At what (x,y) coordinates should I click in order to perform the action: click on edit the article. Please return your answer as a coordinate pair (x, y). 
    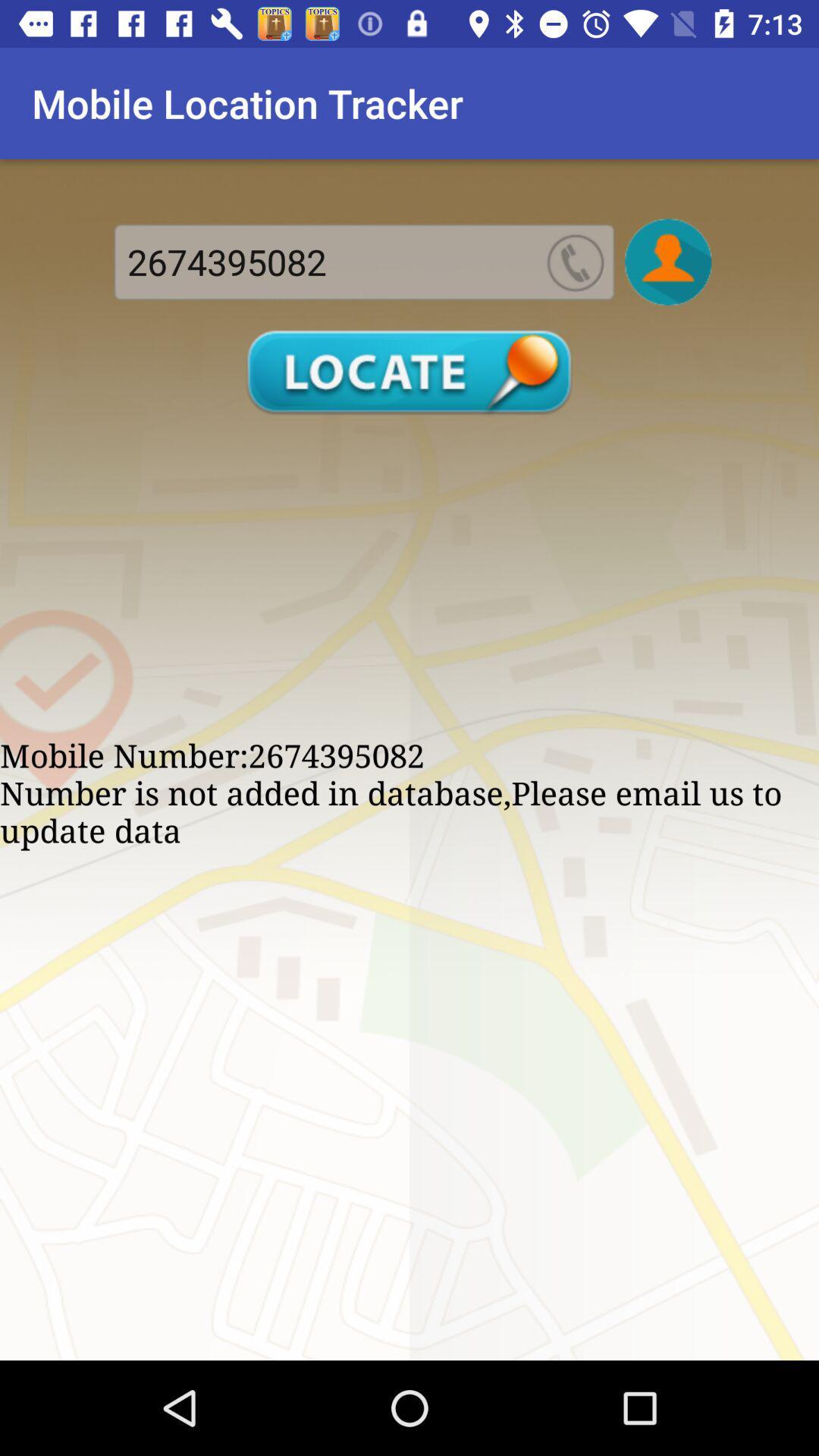
    Looking at the image, I should click on (667, 262).